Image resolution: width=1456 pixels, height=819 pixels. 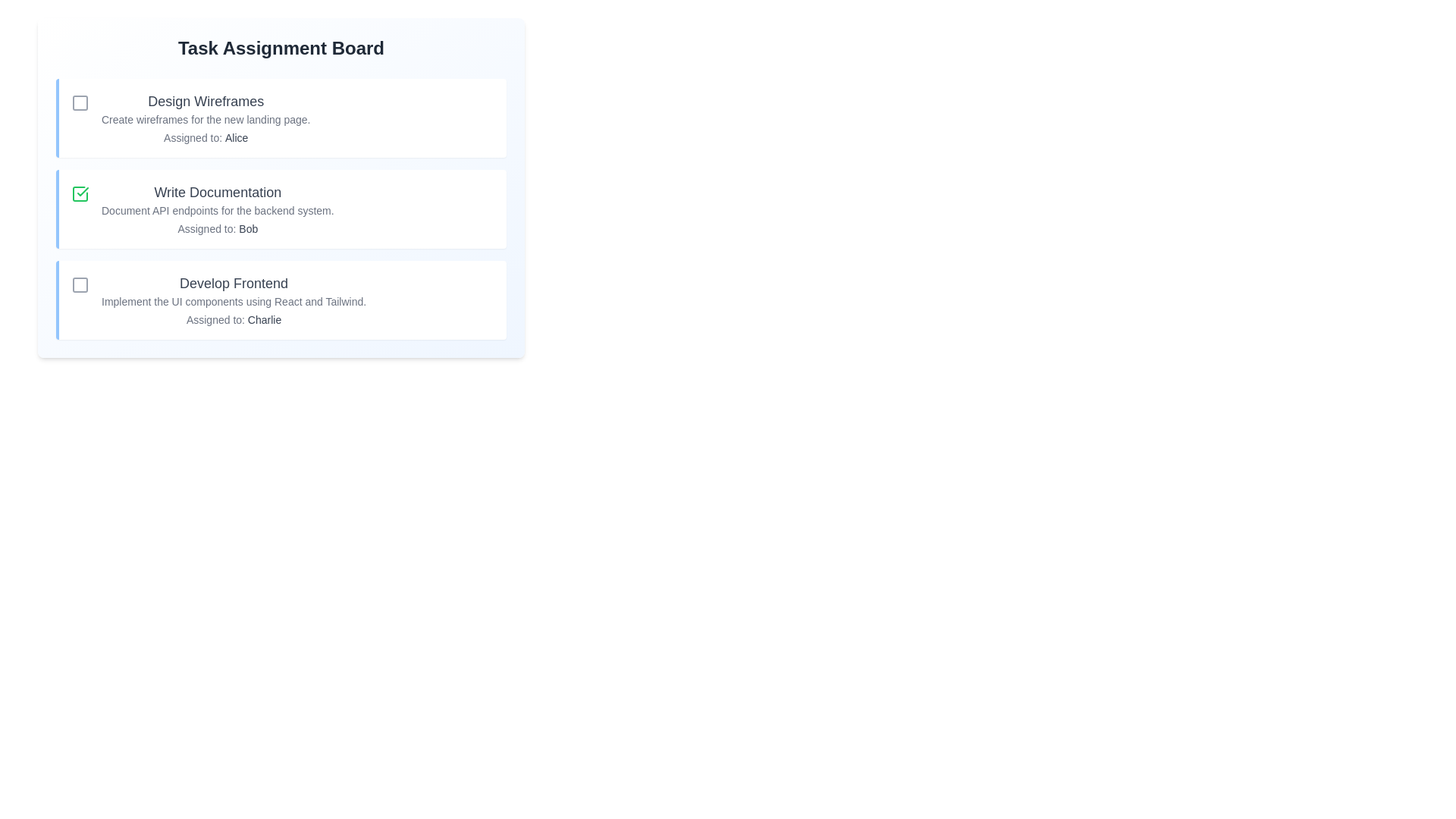 I want to click on the first task card in the task management board, which displays details about a specific task, positioned at the top of the list above 'Write Documentation' and 'Develop Frontend.', so click(x=281, y=117).